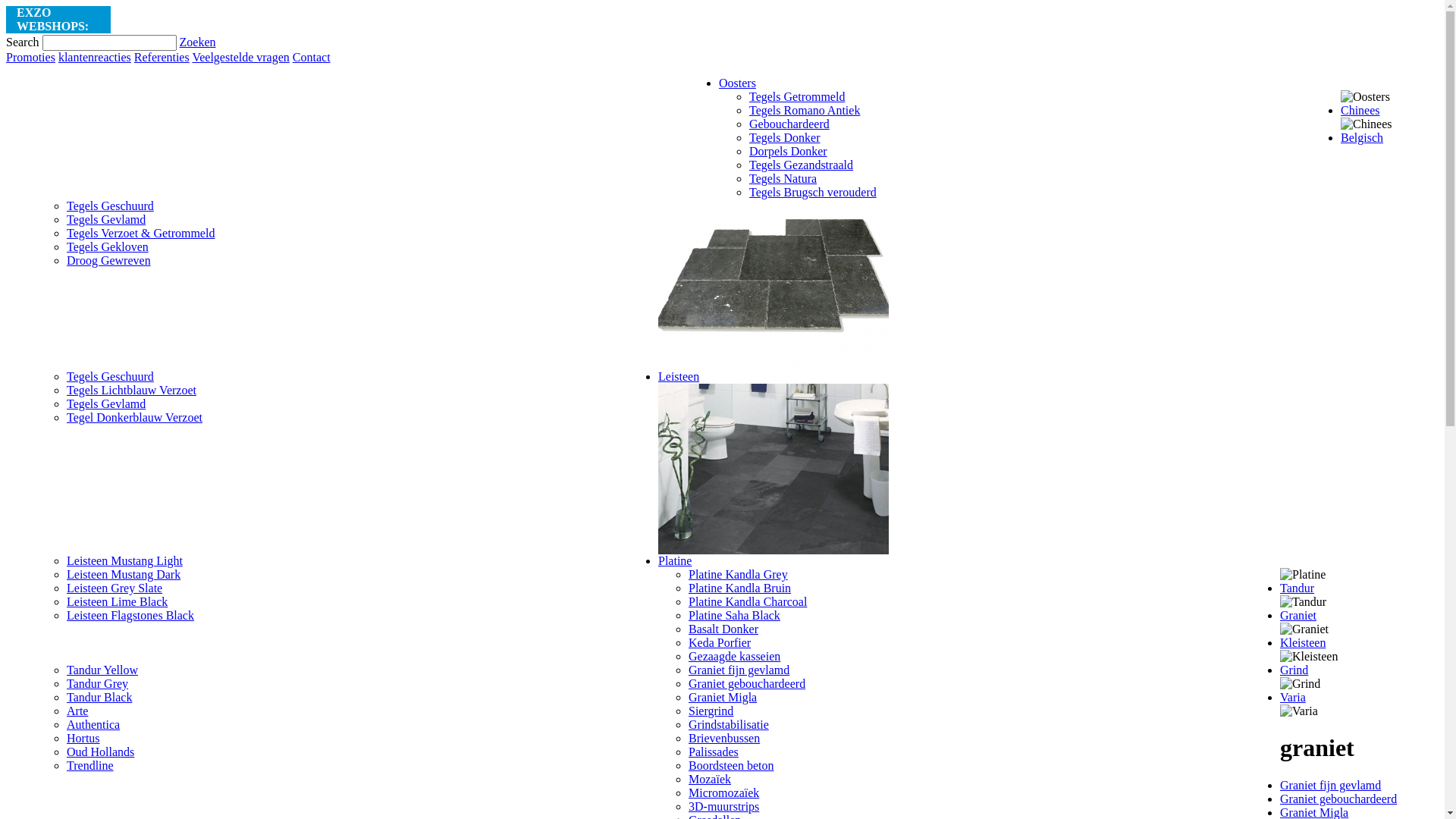  Describe the element at coordinates (1296, 587) in the screenshot. I see `'Tandur'` at that location.